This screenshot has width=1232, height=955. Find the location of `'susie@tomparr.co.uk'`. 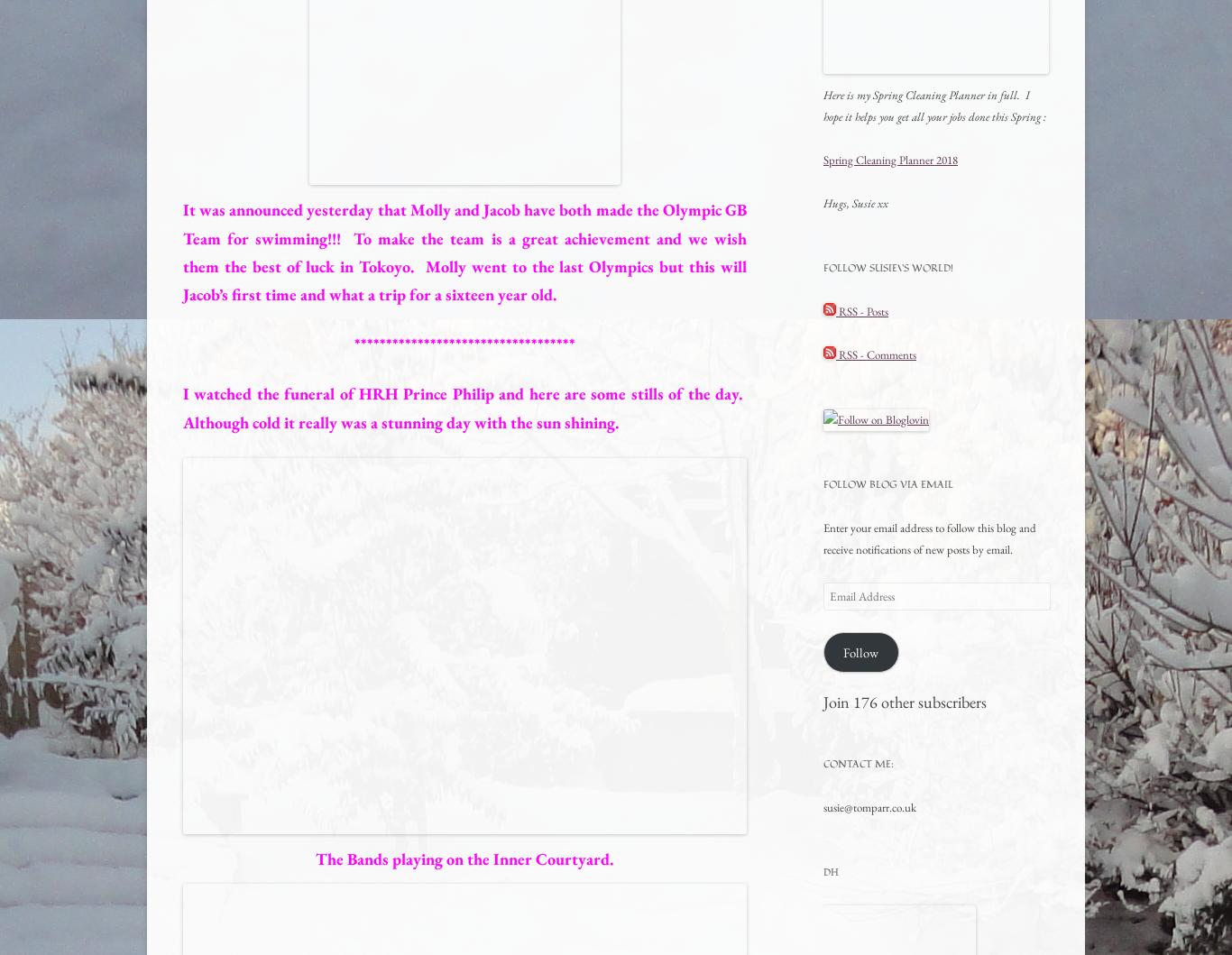

'susie@tomparr.co.uk' is located at coordinates (869, 807).